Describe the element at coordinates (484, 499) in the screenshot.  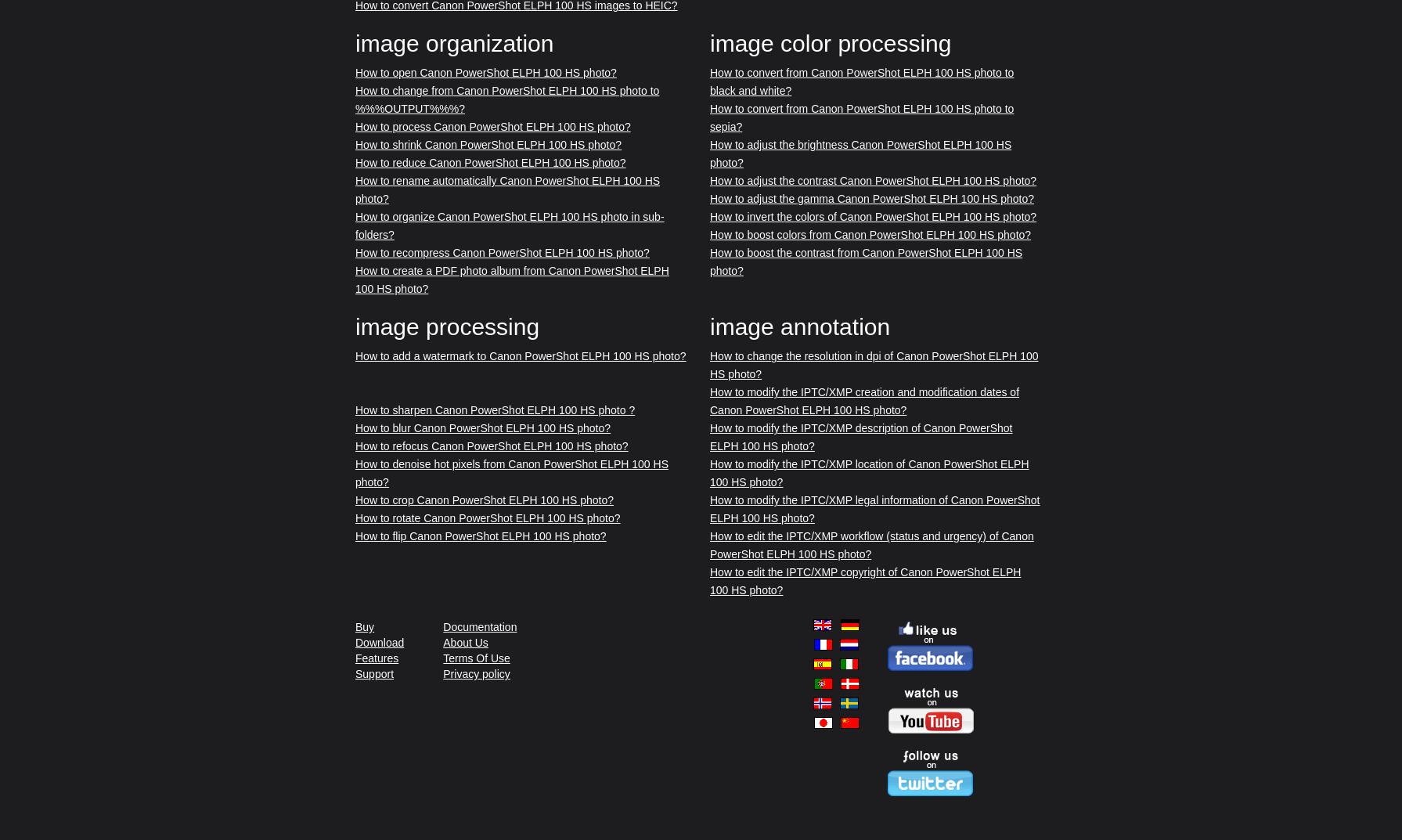
I see `'How to crop  Canon PowerShot ELPH 100 HS photo?'` at that location.